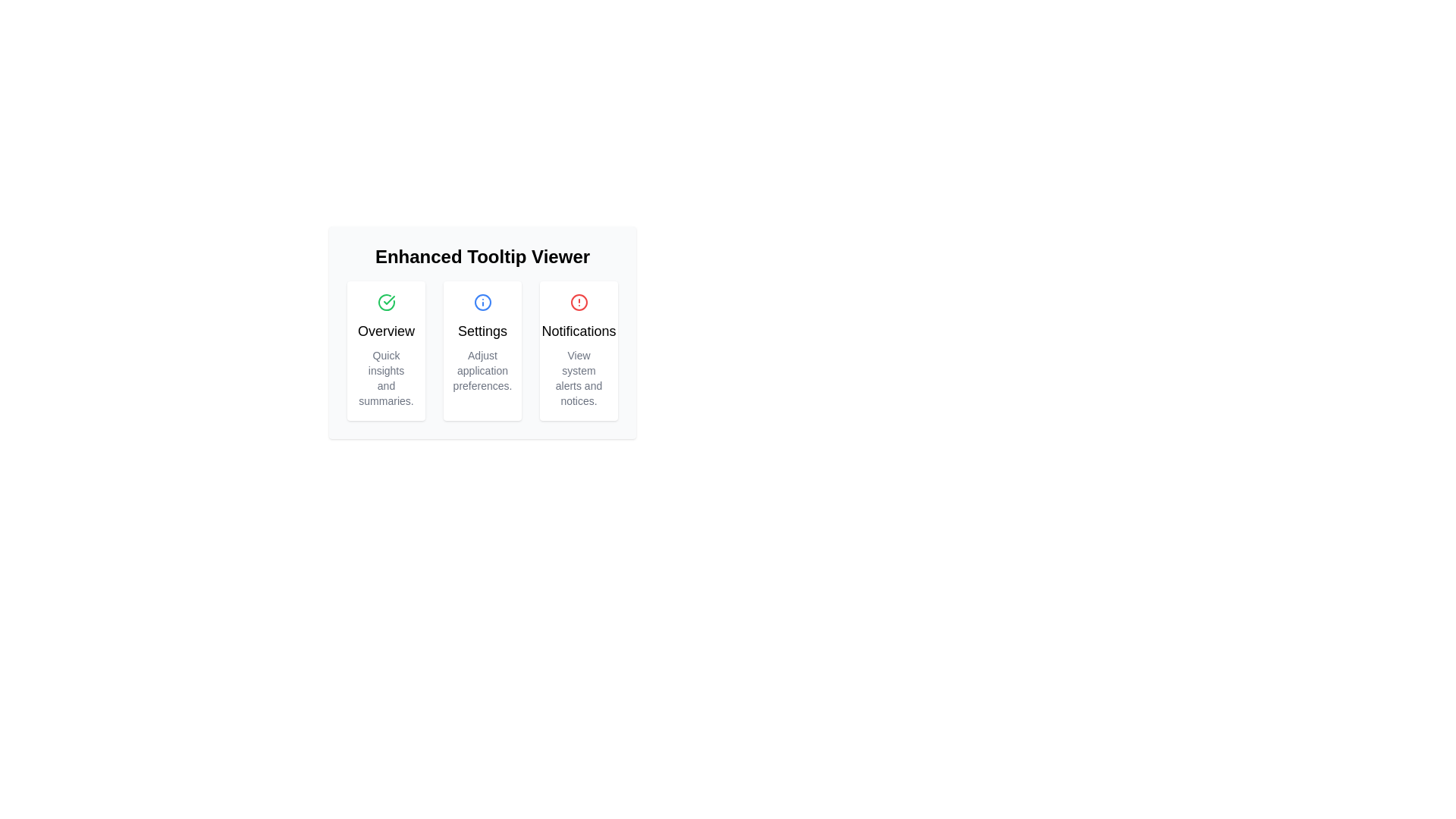  I want to click on the Notification icon, which is a circular element located in the 'Notifications' labeled box, positioned above the text content, so click(578, 302).